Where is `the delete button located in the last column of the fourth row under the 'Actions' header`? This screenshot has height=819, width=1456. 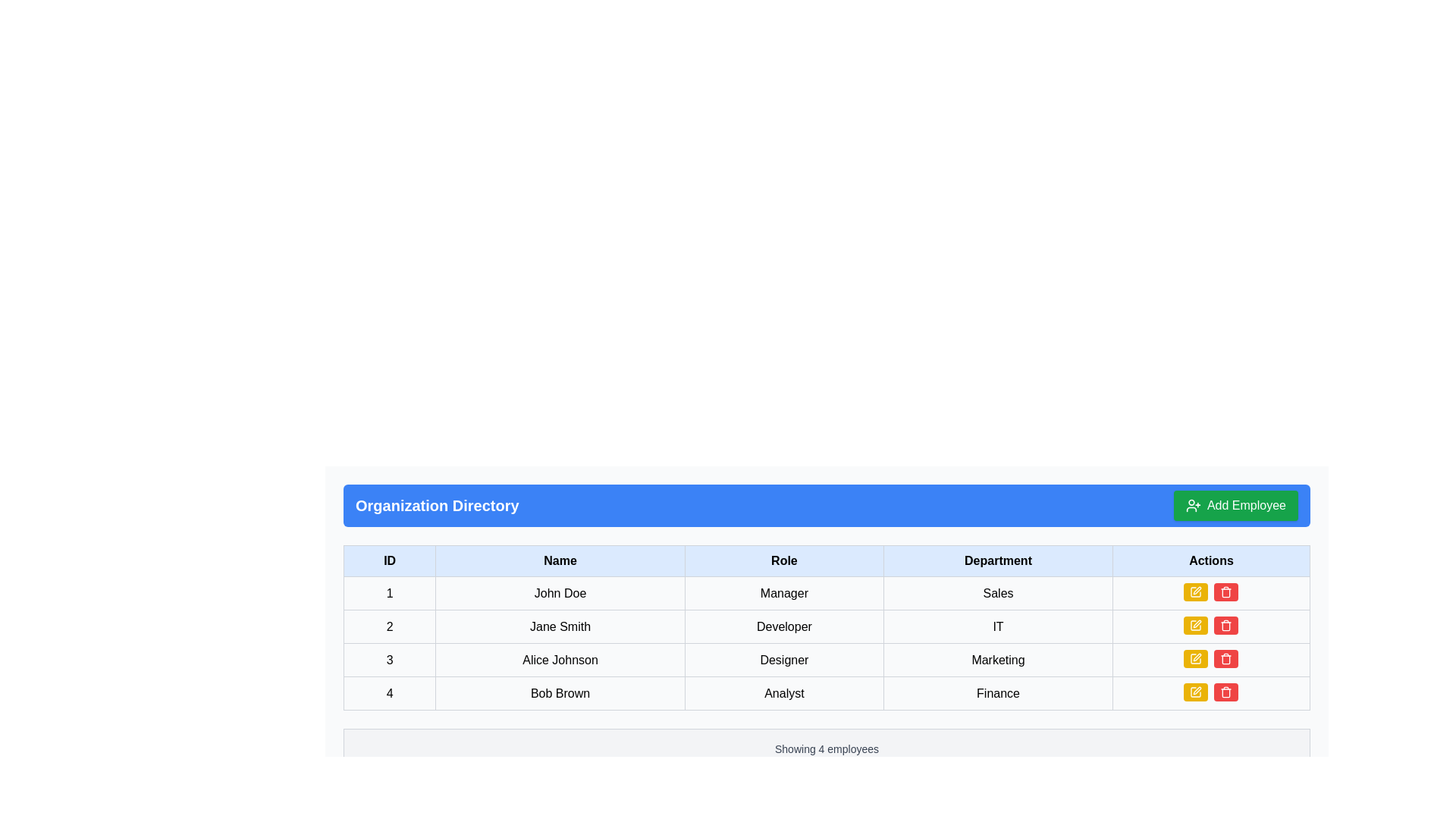
the delete button located in the last column of the fourth row under the 'Actions' header is located at coordinates (1226, 692).